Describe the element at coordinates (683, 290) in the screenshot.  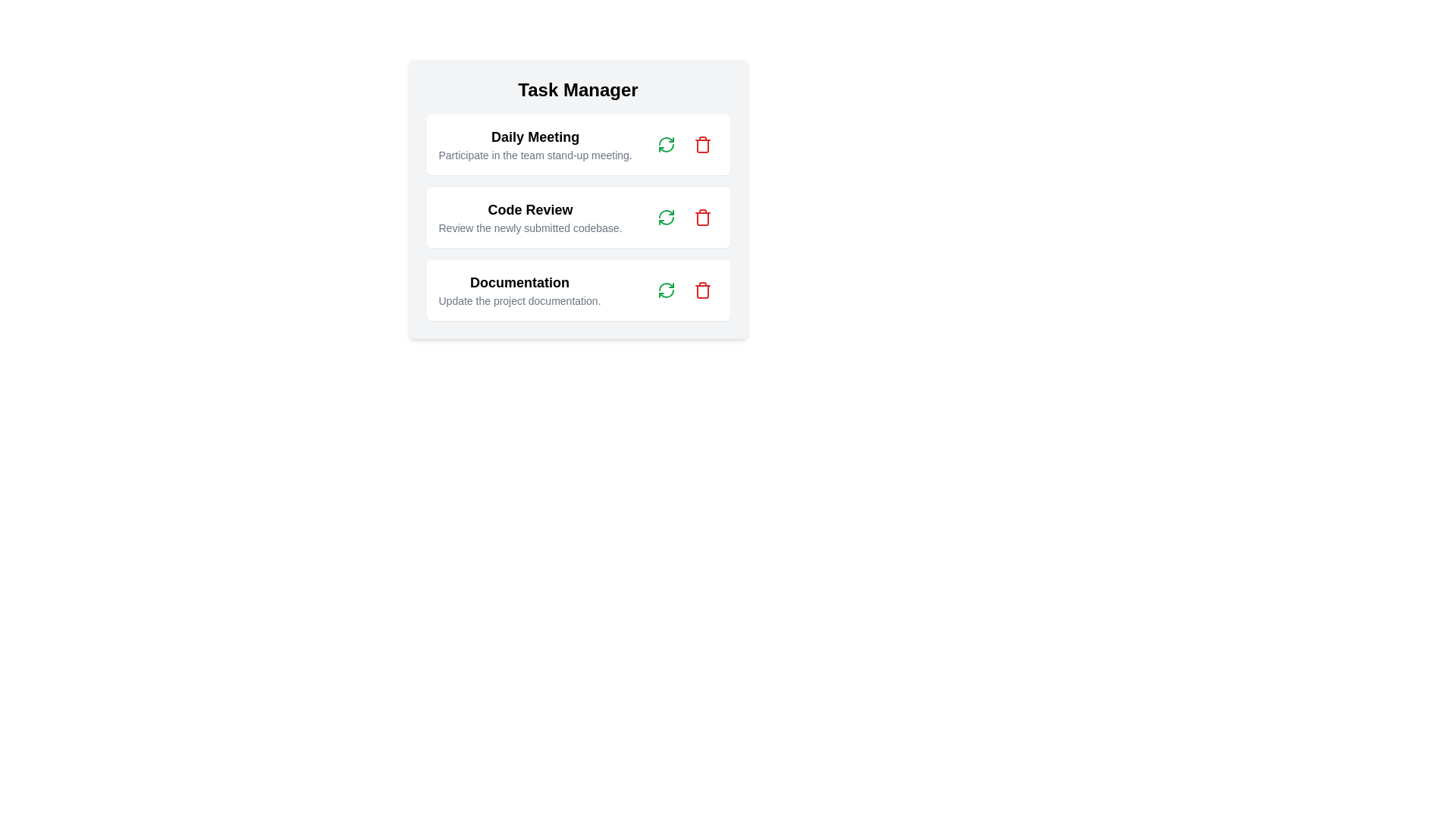
I see `the grouped element containing the green refresh icon and the red delete icon for task management, located in the bottom-right corner of the 'Documentation Update the project documentation' item` at that location.